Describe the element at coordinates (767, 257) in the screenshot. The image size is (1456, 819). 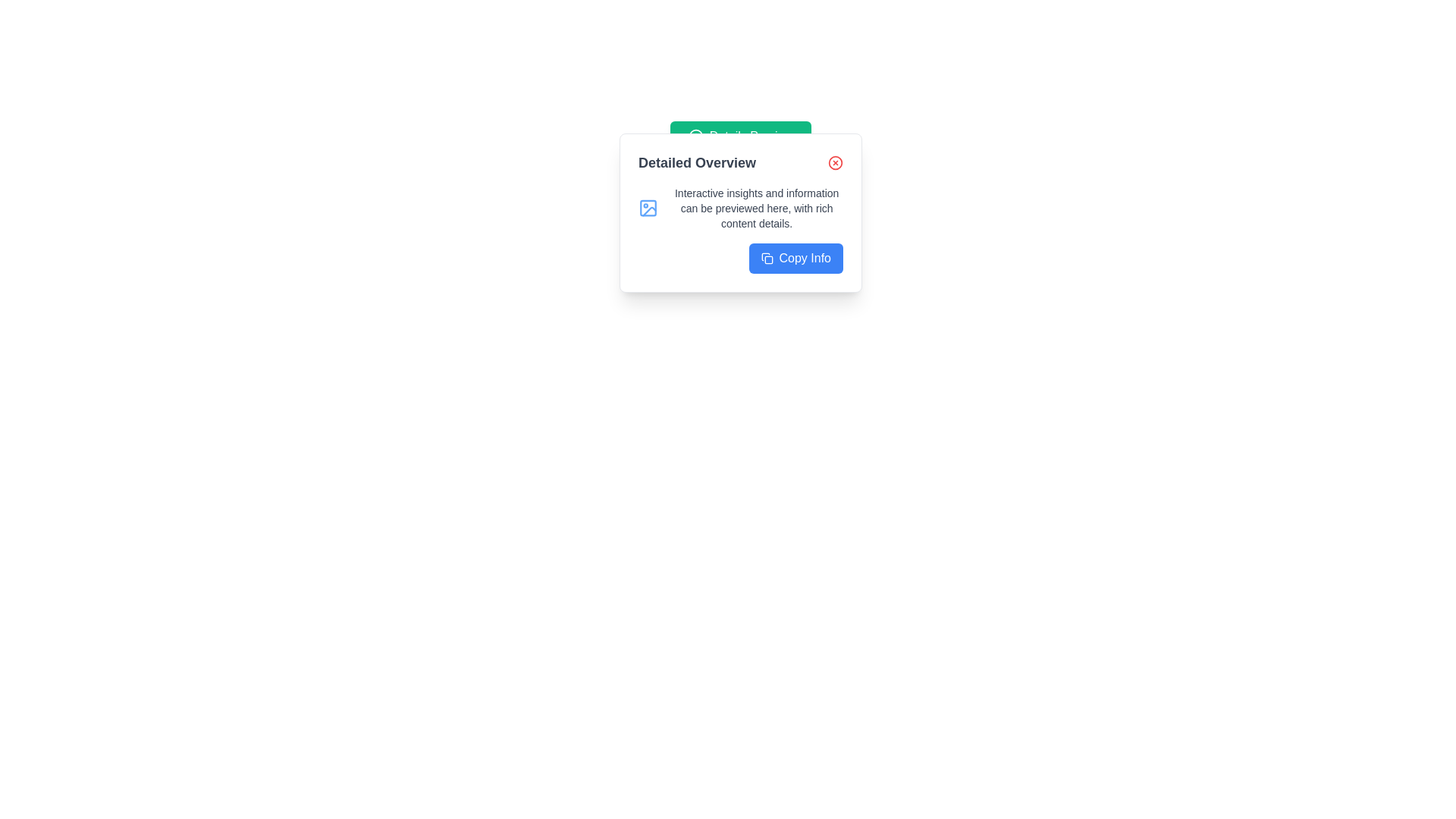
I see `the 'Copy Info' button by clicking on the icon located to the immediate left of the 'Copy Info' text` at that location.